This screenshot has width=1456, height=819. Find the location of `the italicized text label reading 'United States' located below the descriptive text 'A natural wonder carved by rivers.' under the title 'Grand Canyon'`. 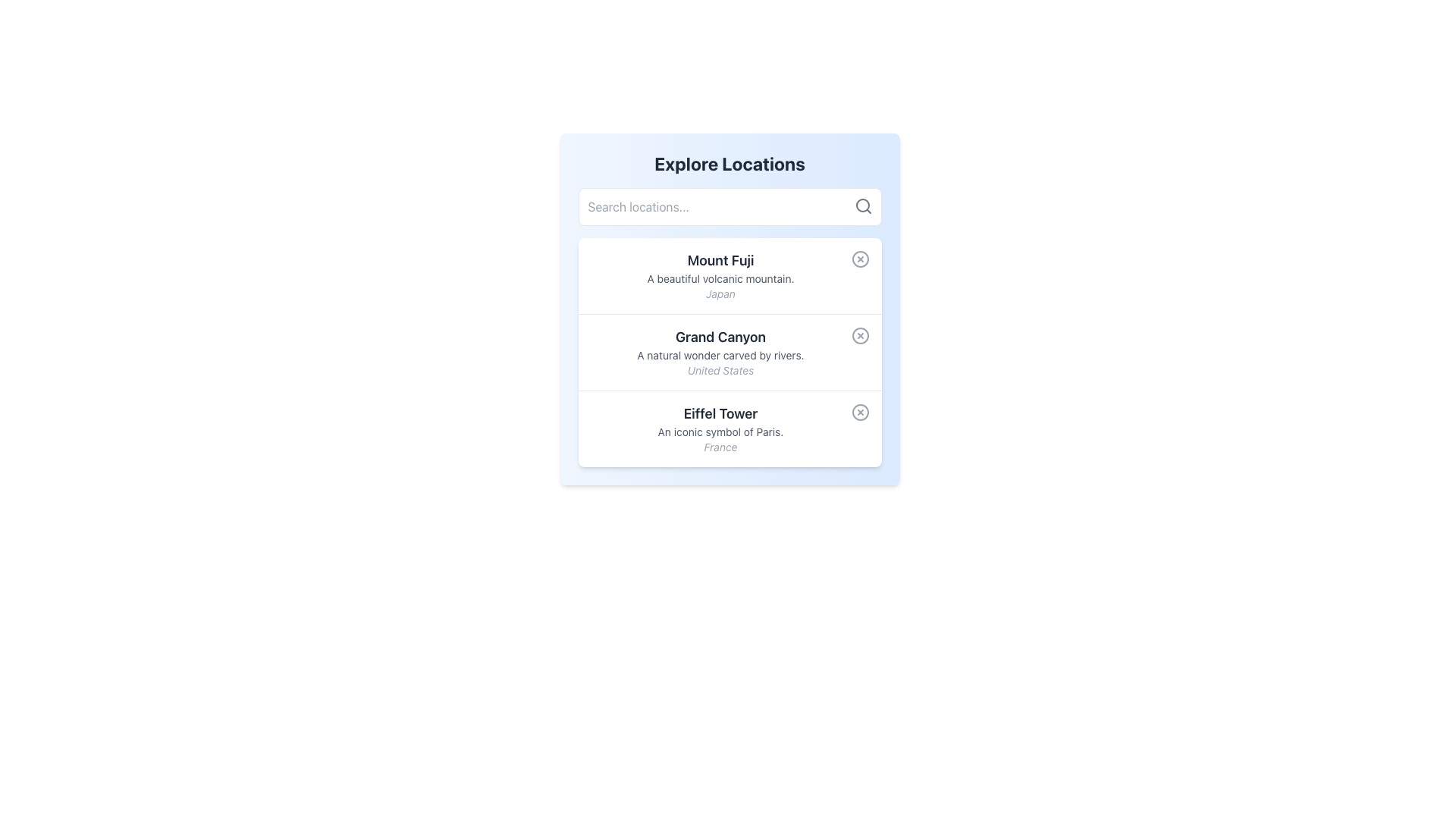

the italicized text label reading 'United States' located below the descriptive text 'A natural wonder carved by rivers.' under the title 'Grand Canyon' is located at coordinates (720, 371).